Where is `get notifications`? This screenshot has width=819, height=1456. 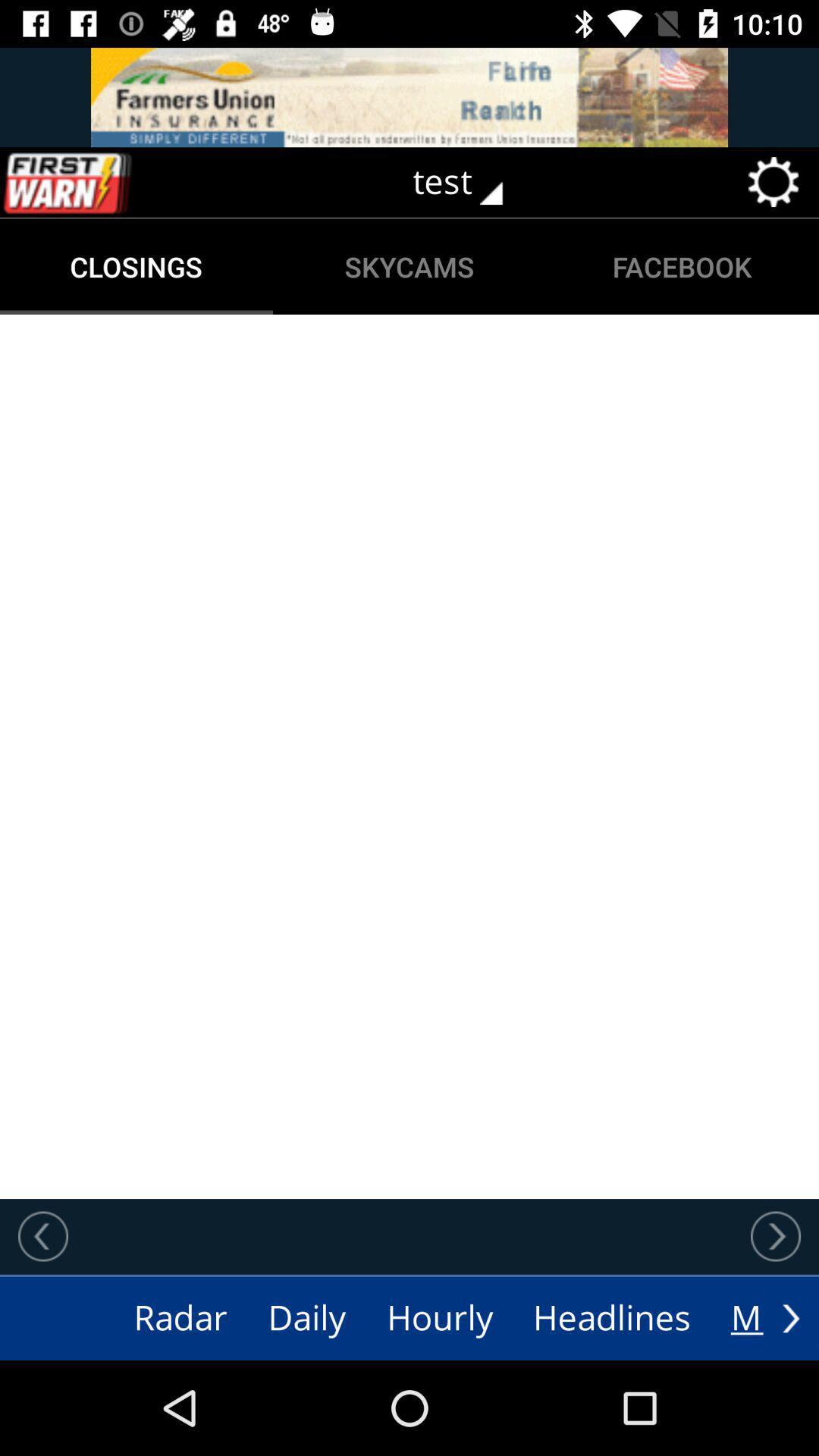 get notifications is located at coordinates (99, 182).